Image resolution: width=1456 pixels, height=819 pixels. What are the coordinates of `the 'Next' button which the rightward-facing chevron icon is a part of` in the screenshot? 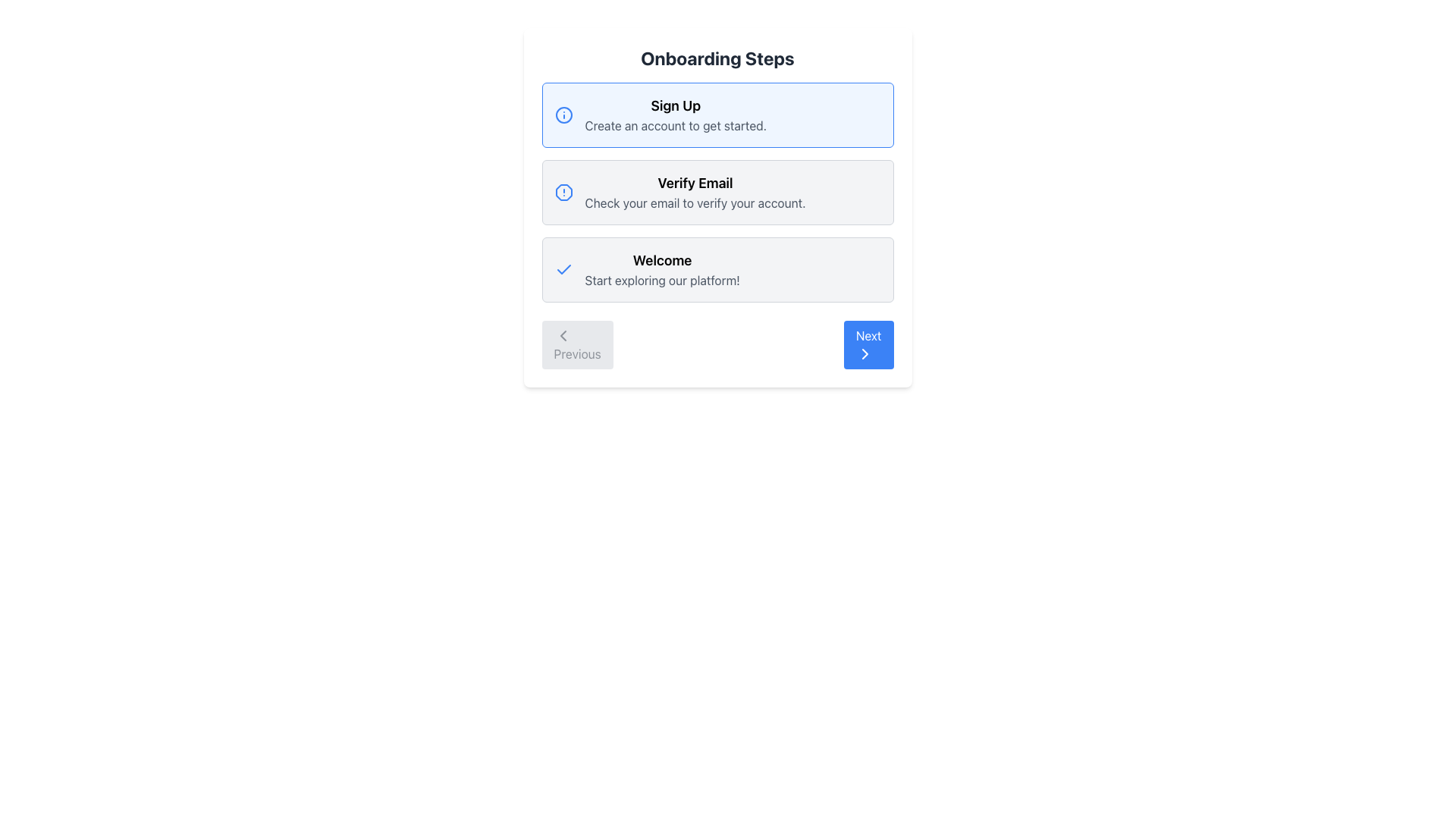 It's located at (864, 353).